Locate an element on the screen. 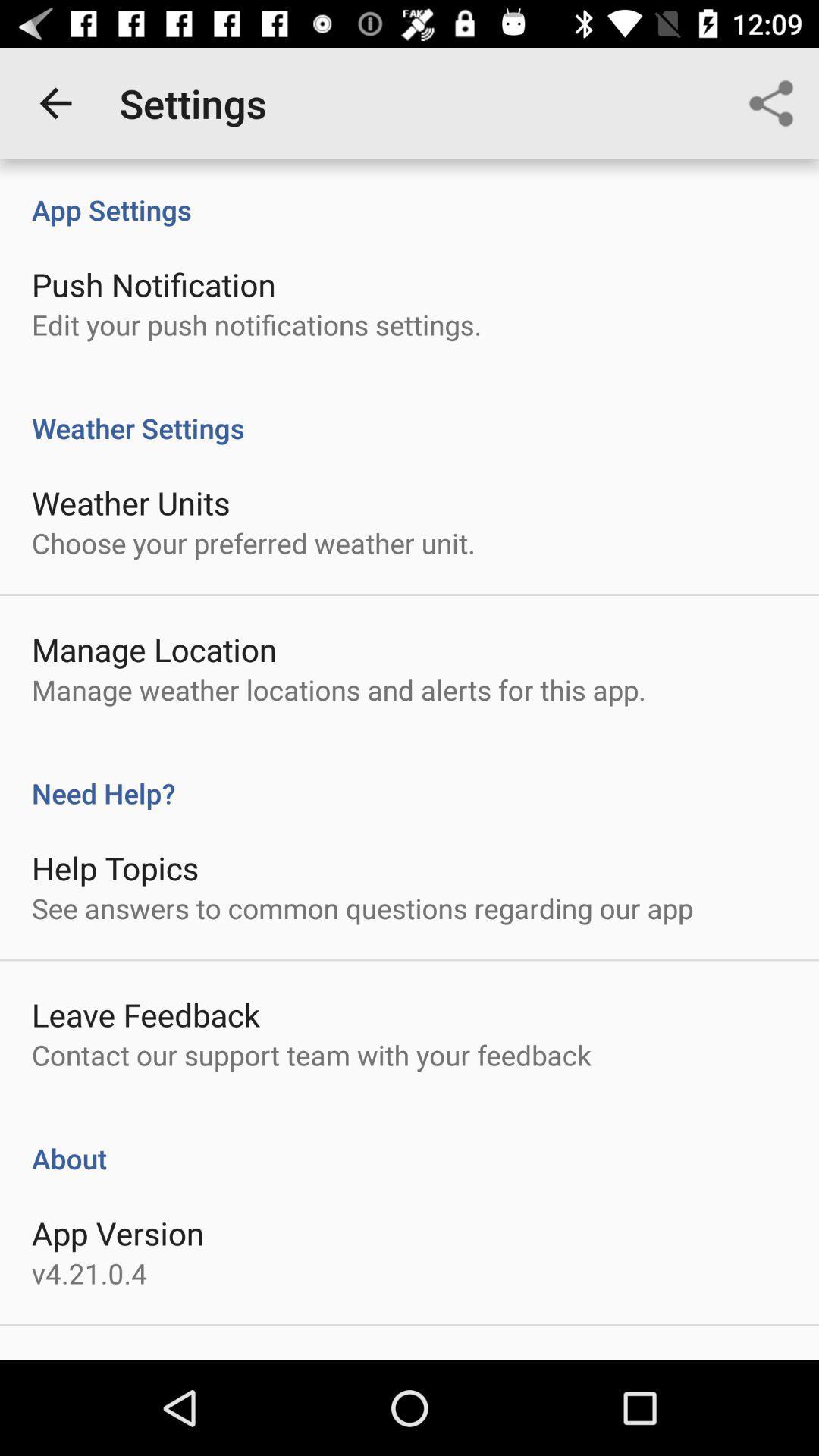 Image resolution: width=819 pixels, height=1456 pixels. the edit your push icon is located at coordinates (256, 324).